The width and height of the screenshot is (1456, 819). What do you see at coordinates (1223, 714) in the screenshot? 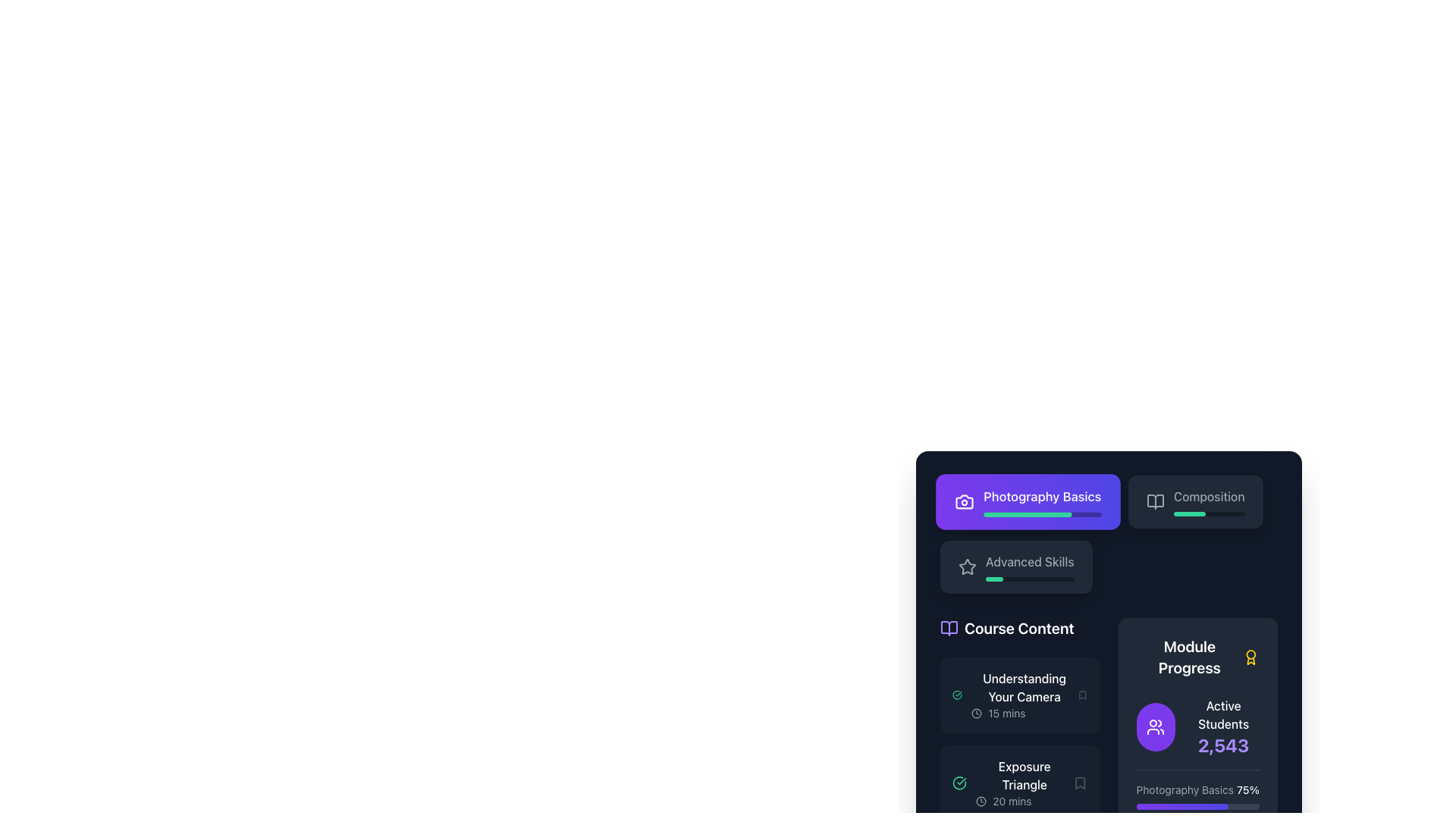
I see `the static text label indicating the title or description of the active students quantity in the 'Module Progress' section` at bounding box center [1223, 714].